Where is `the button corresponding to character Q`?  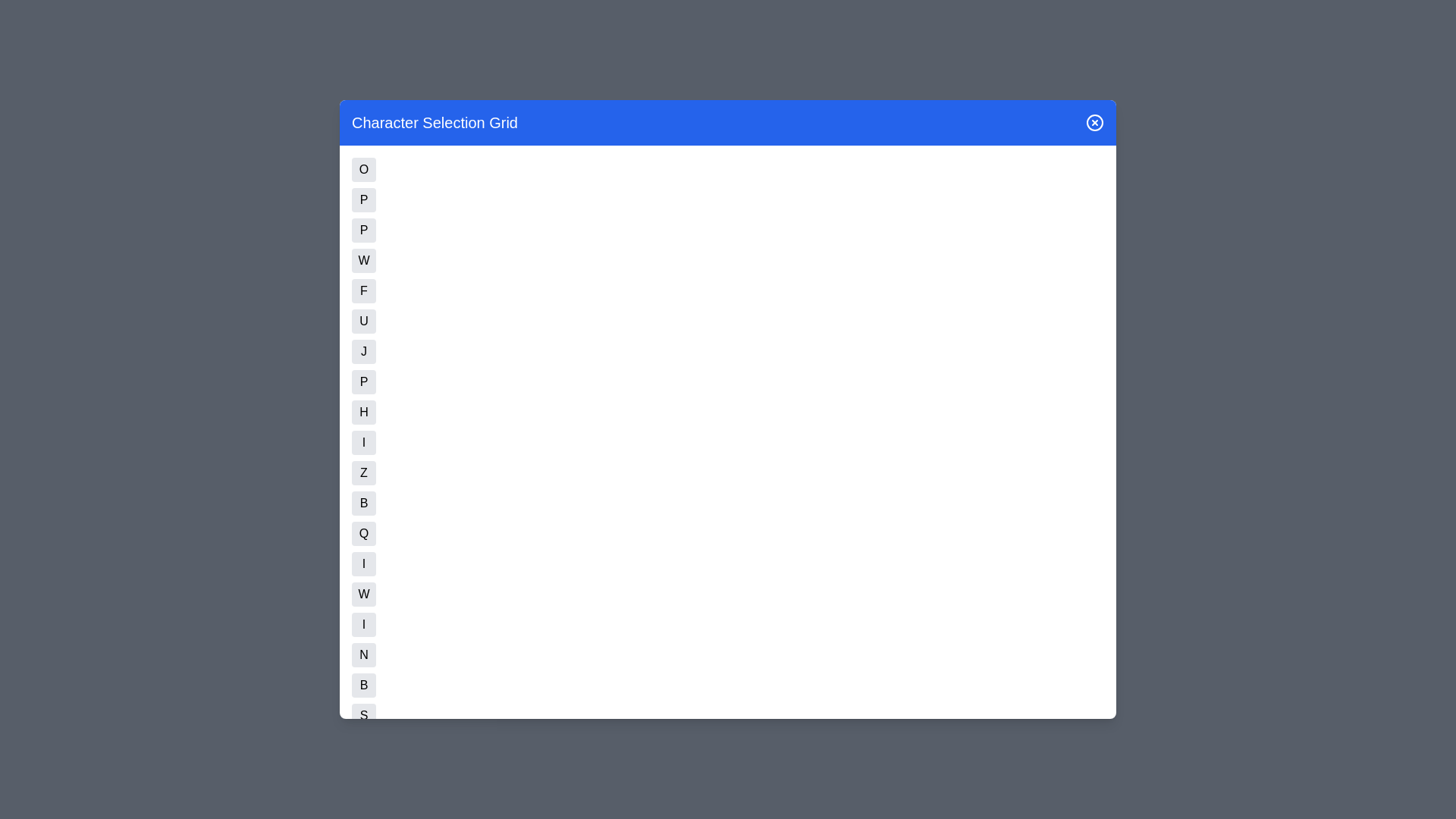 the button corresponding to character Q is located at coordinates (364, 533).